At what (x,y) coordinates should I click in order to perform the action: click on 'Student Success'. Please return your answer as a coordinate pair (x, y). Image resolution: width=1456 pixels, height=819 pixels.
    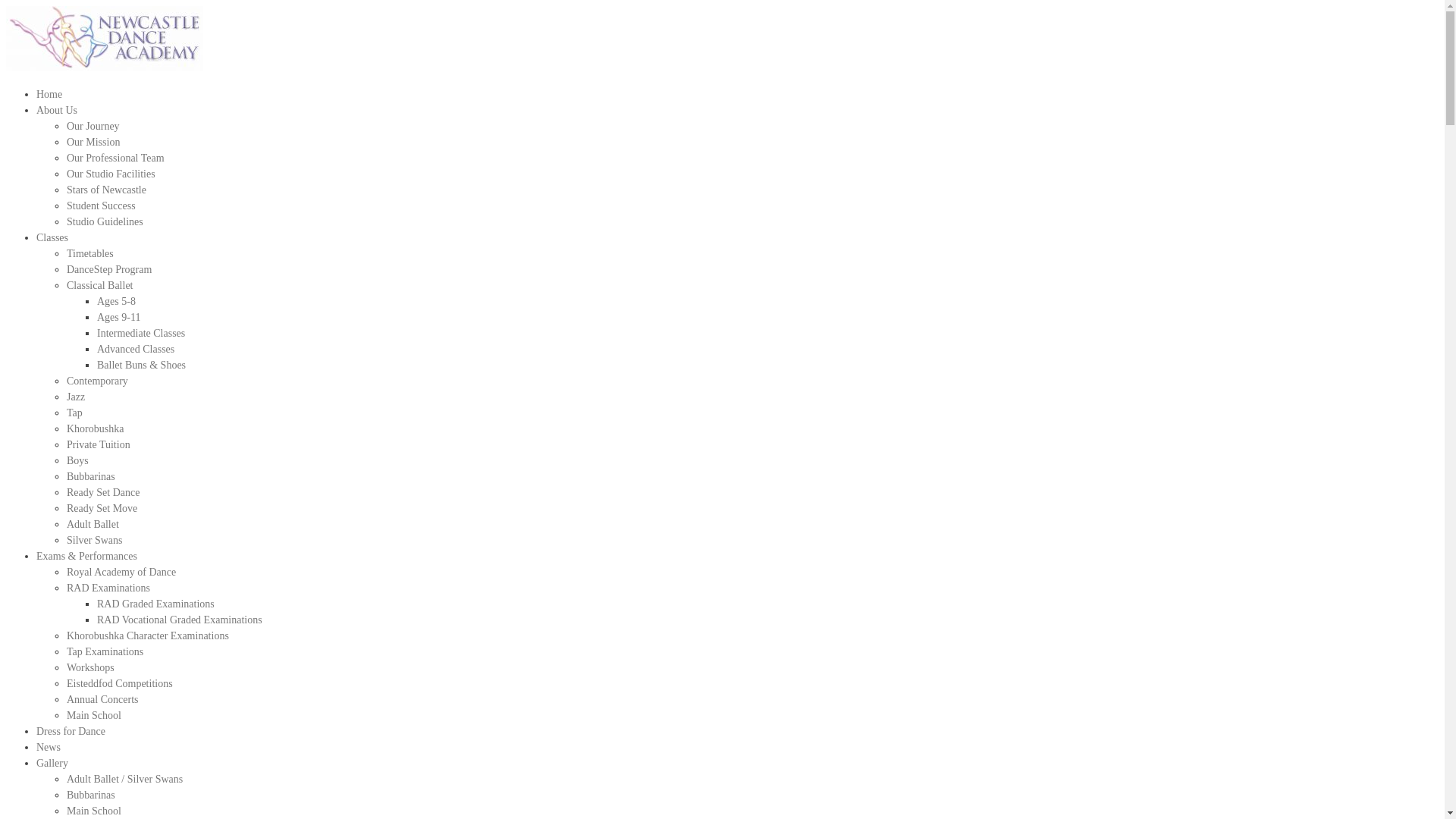
    Looking at the image, I should click on (100, 206).